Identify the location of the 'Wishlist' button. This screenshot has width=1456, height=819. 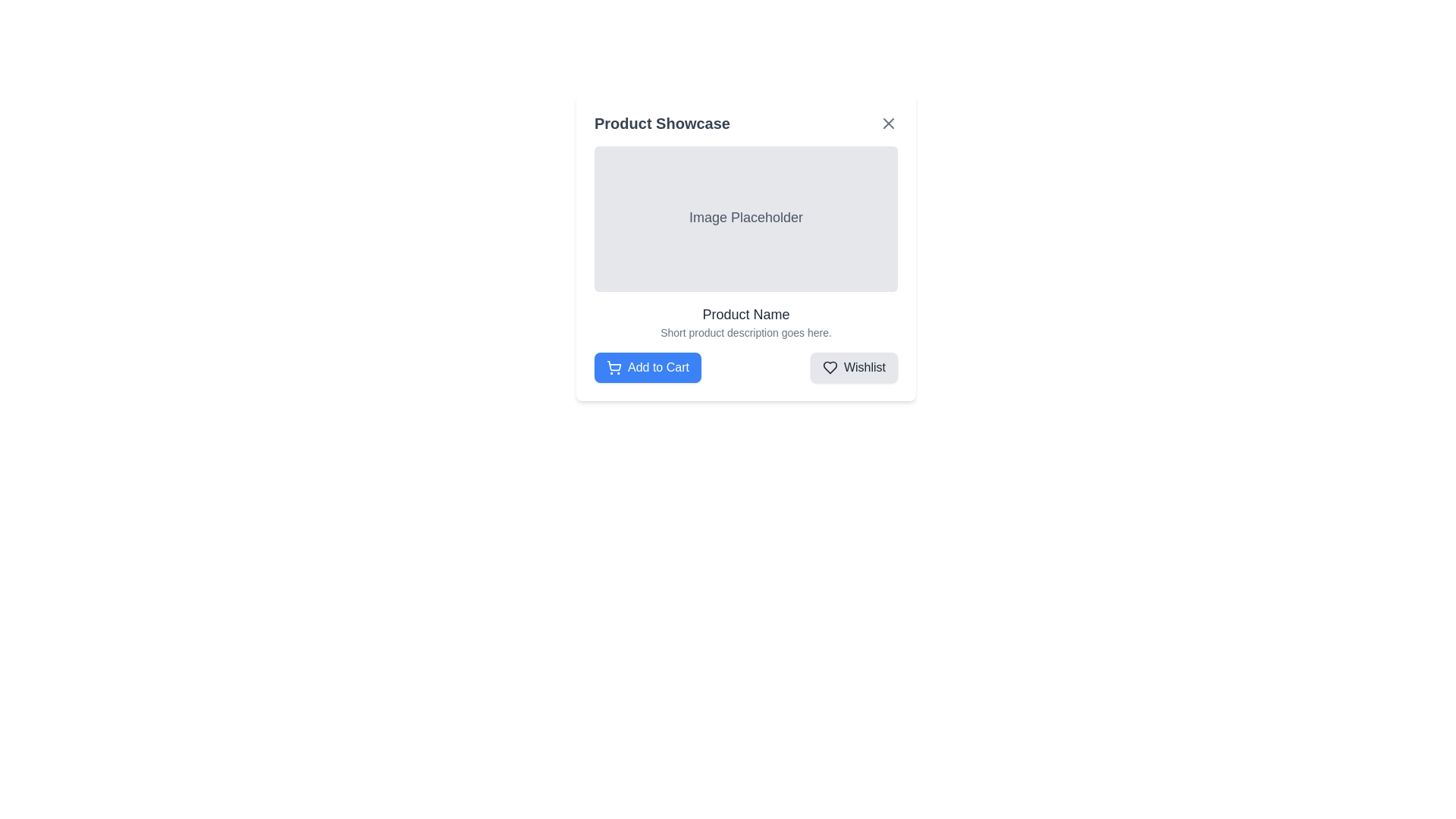
(854, 368).